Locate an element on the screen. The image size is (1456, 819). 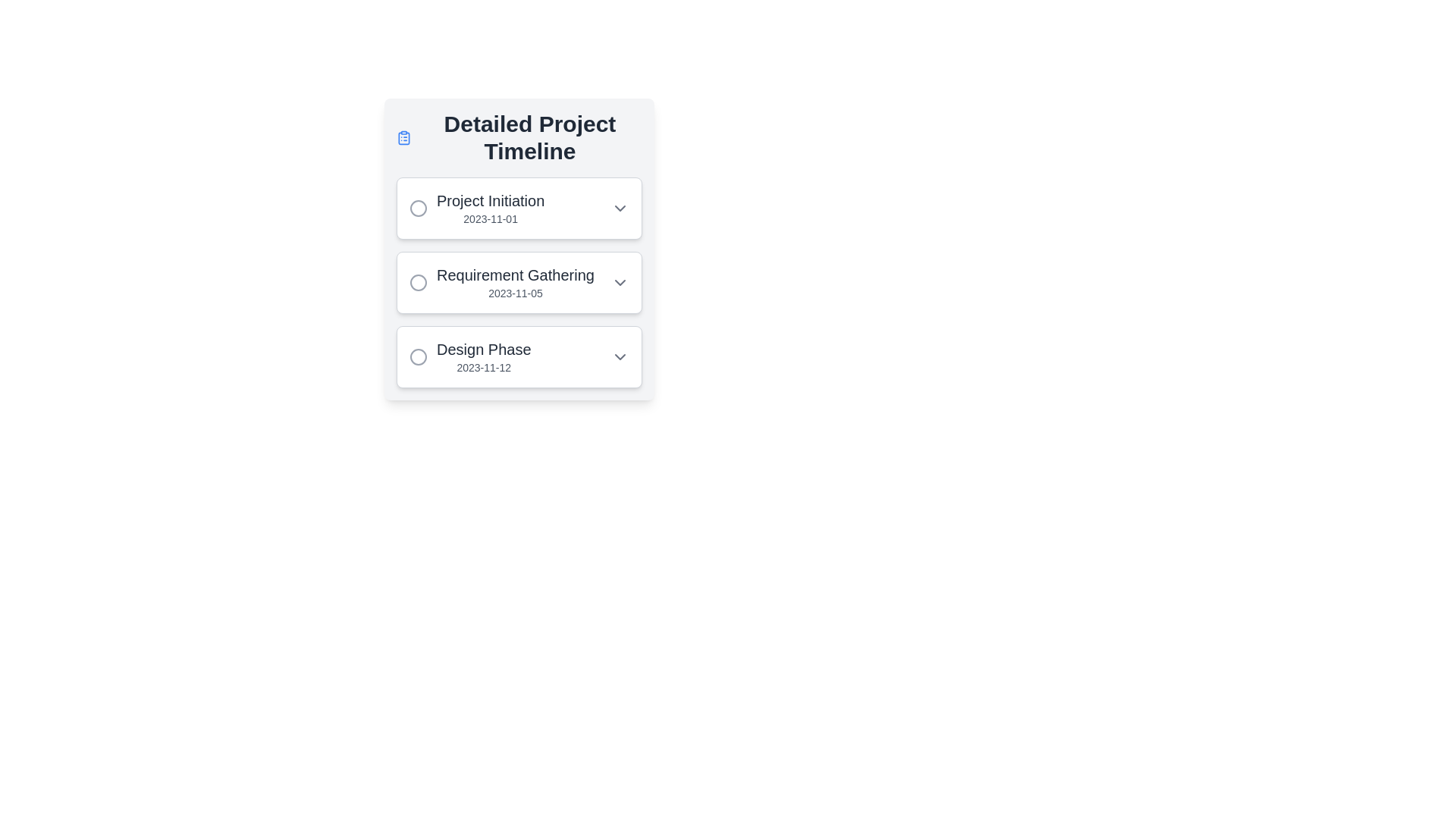
the first item is located at coordinates (491, 208).